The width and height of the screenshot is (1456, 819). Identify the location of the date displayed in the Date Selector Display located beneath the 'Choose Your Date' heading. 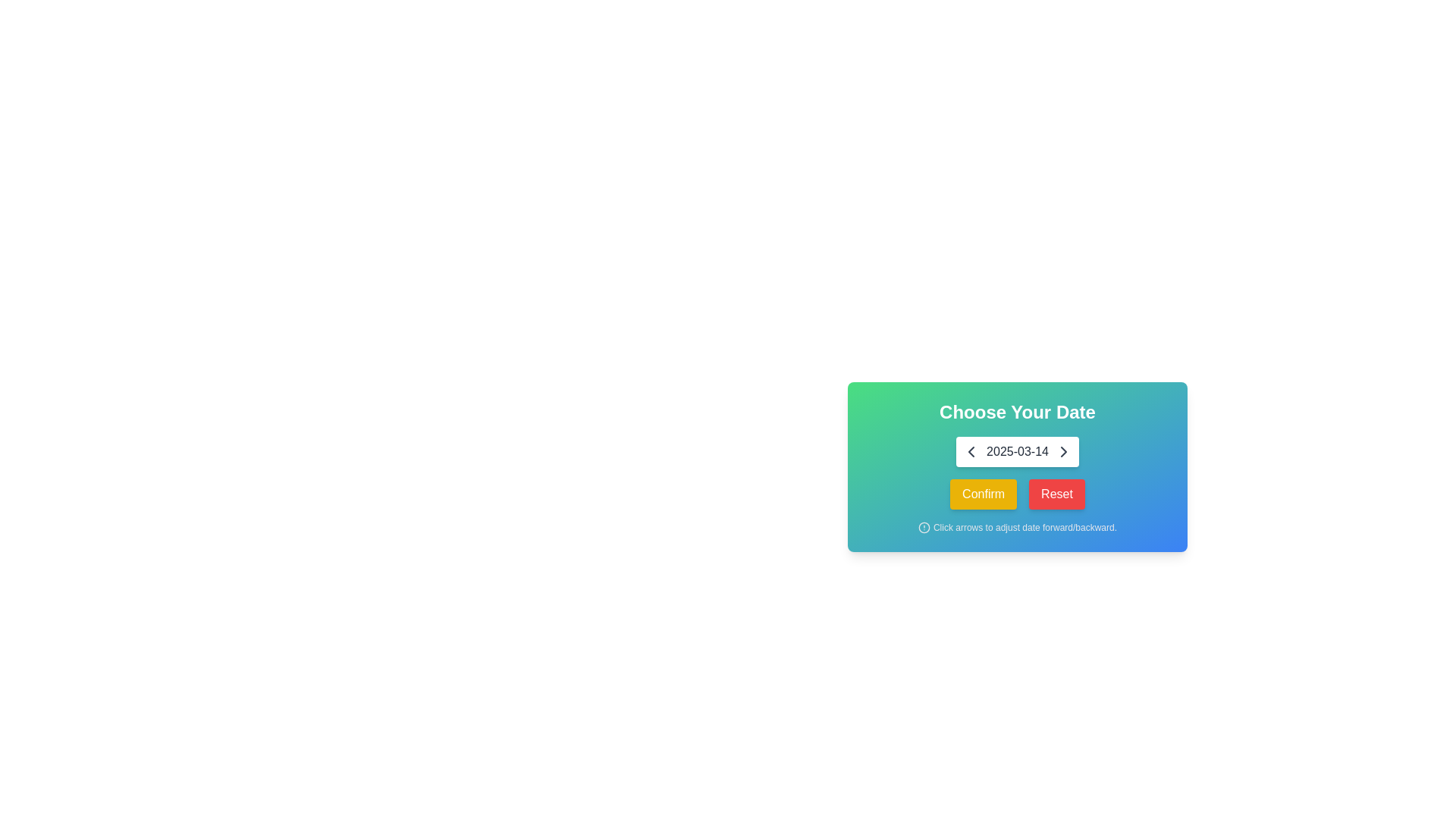
(1018, 451).